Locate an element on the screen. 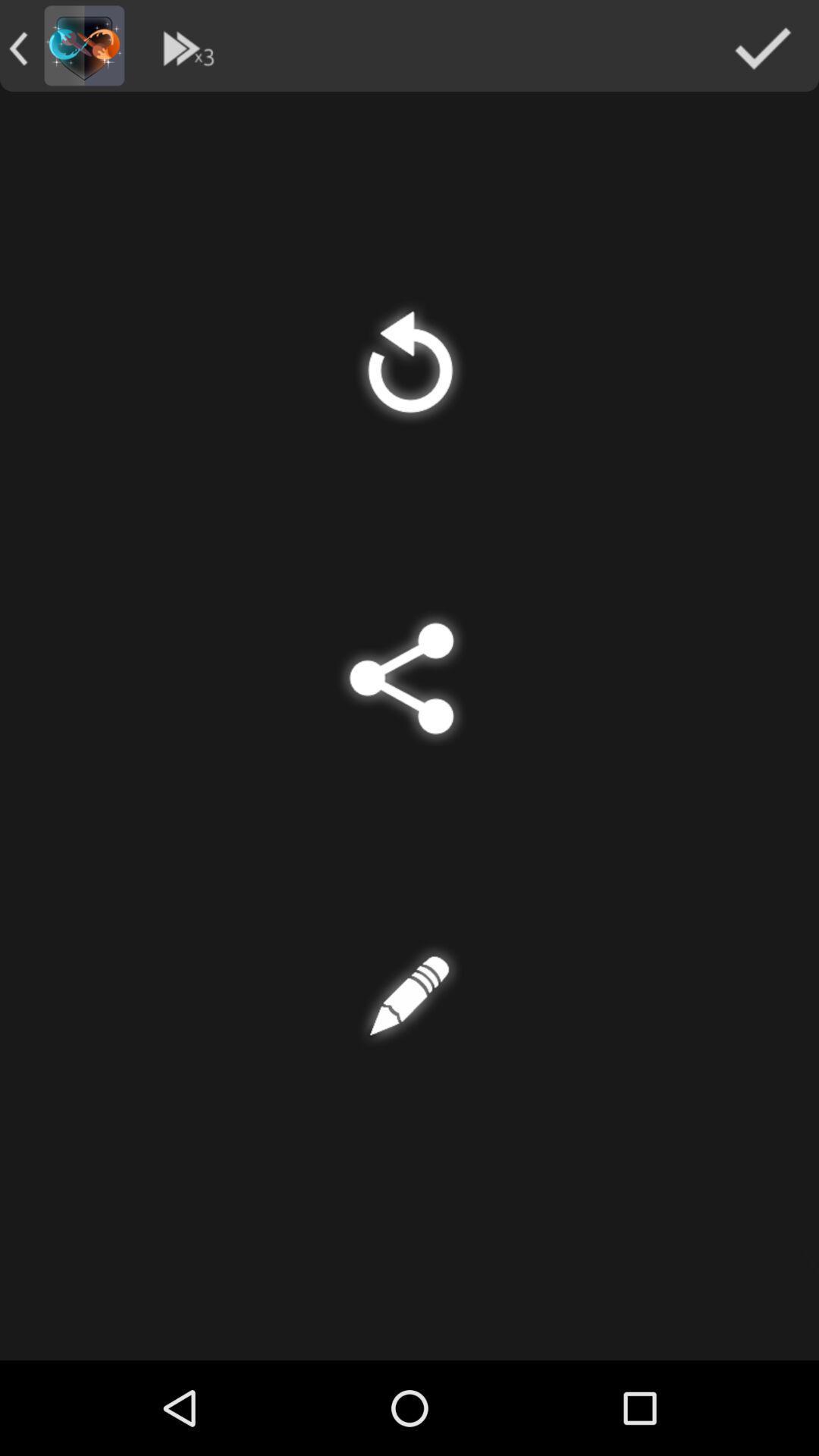  the refresh icon is located at coordinates (409, 388).